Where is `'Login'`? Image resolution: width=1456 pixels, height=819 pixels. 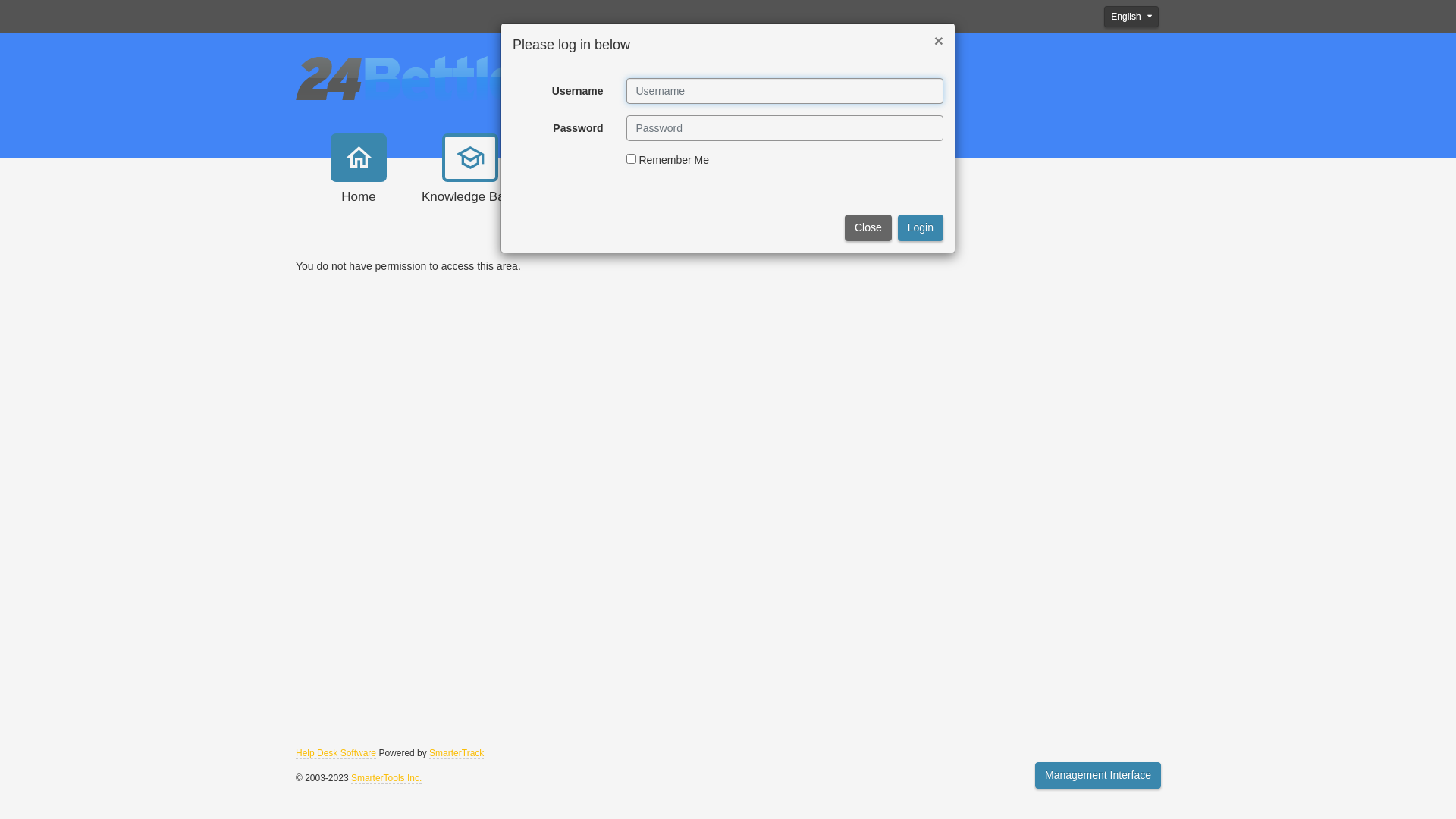 'Login' is located at coordinates (898, 227).